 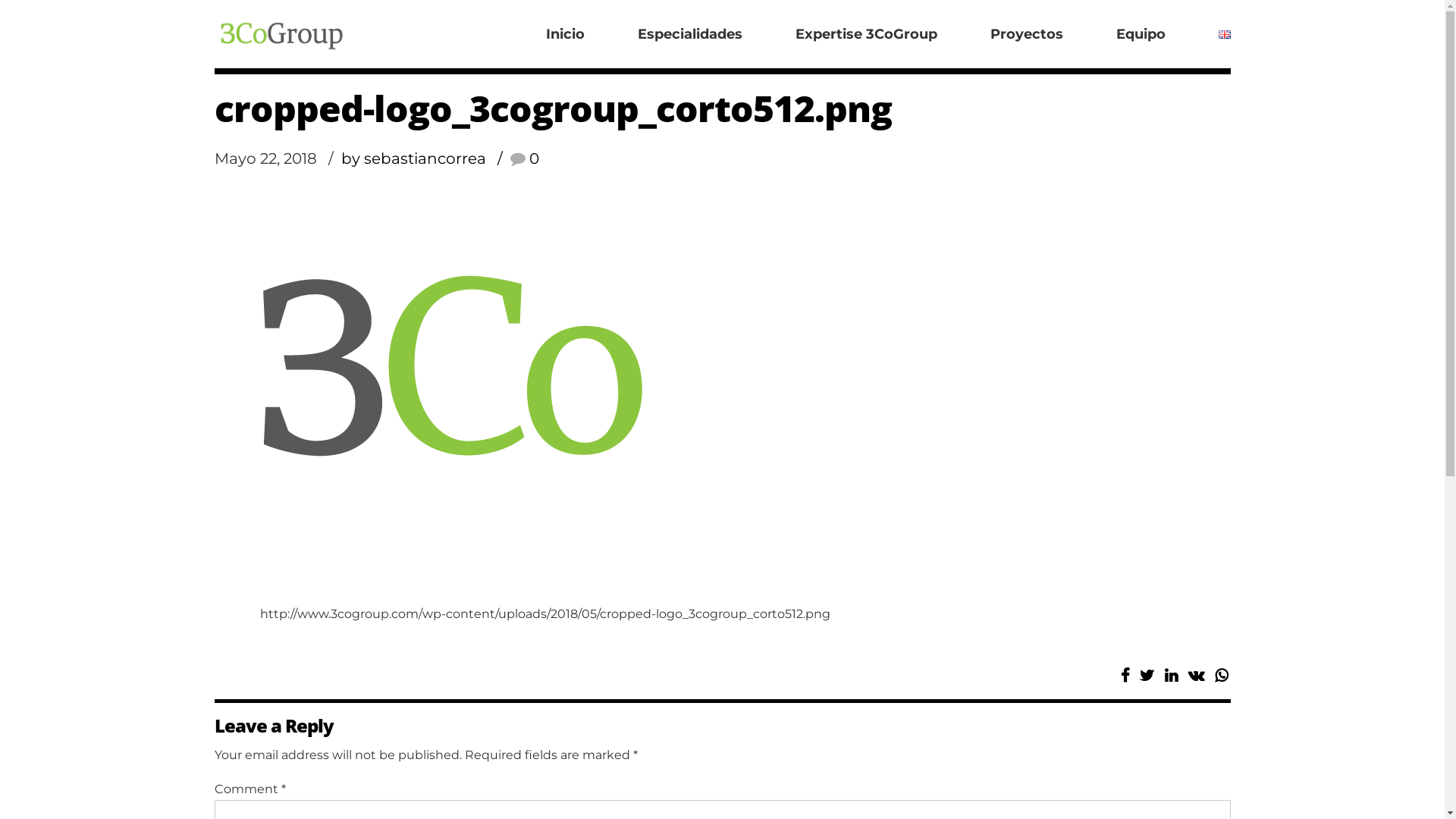 I want to click on 'Expertise 3CoGroup', so click(x=865, y=34).